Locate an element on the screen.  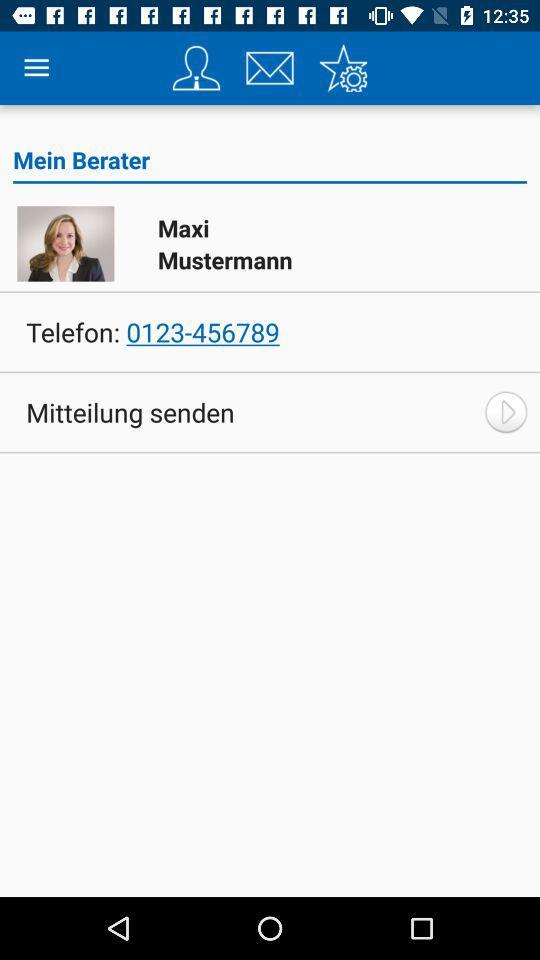
your profile is located at coordinates (196, 68).